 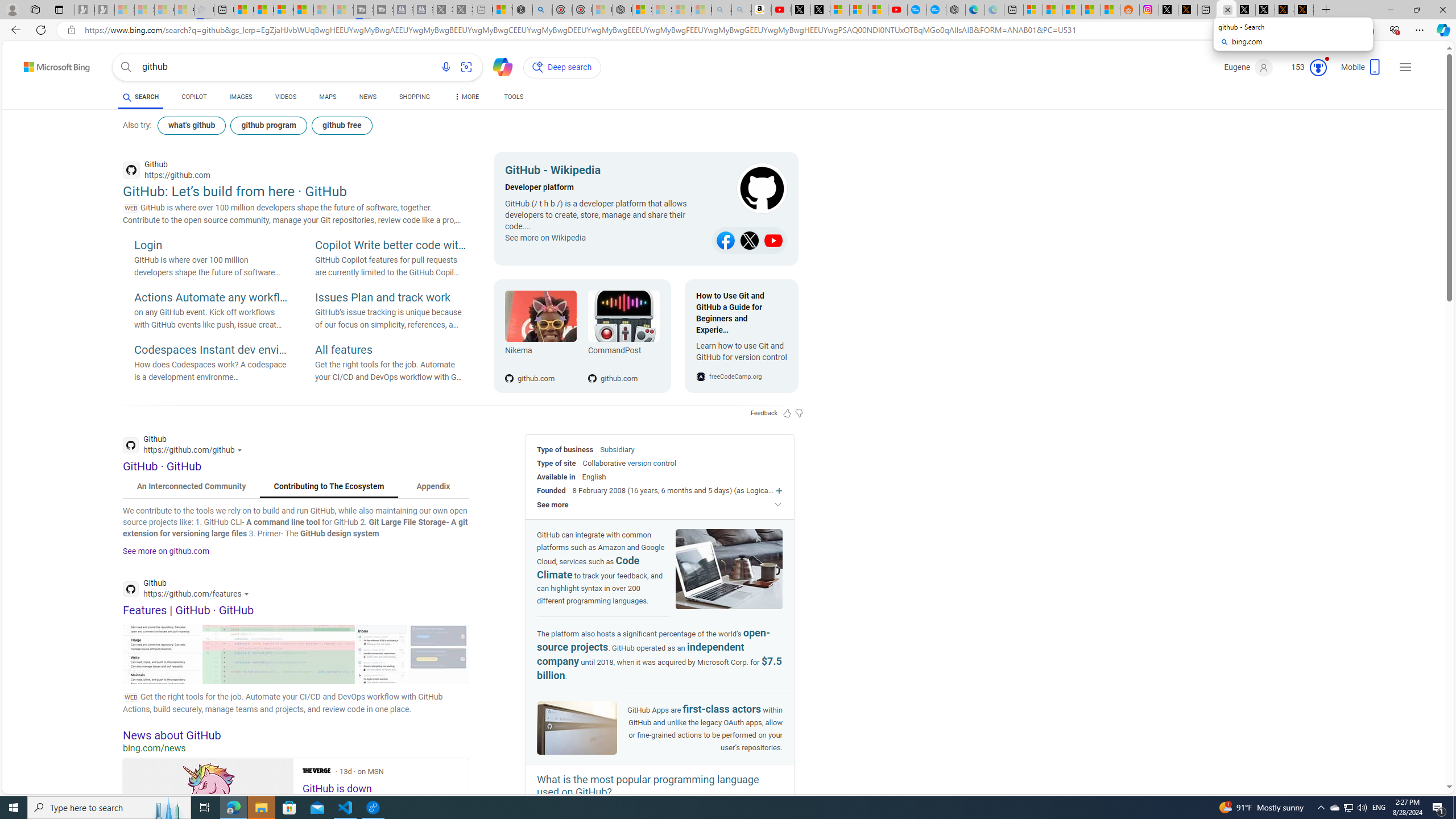 What do you see at coordinates (210, 298) in the screenshot?
I see `'Actions Automate any workflow'` at bounding box center [210, 298].